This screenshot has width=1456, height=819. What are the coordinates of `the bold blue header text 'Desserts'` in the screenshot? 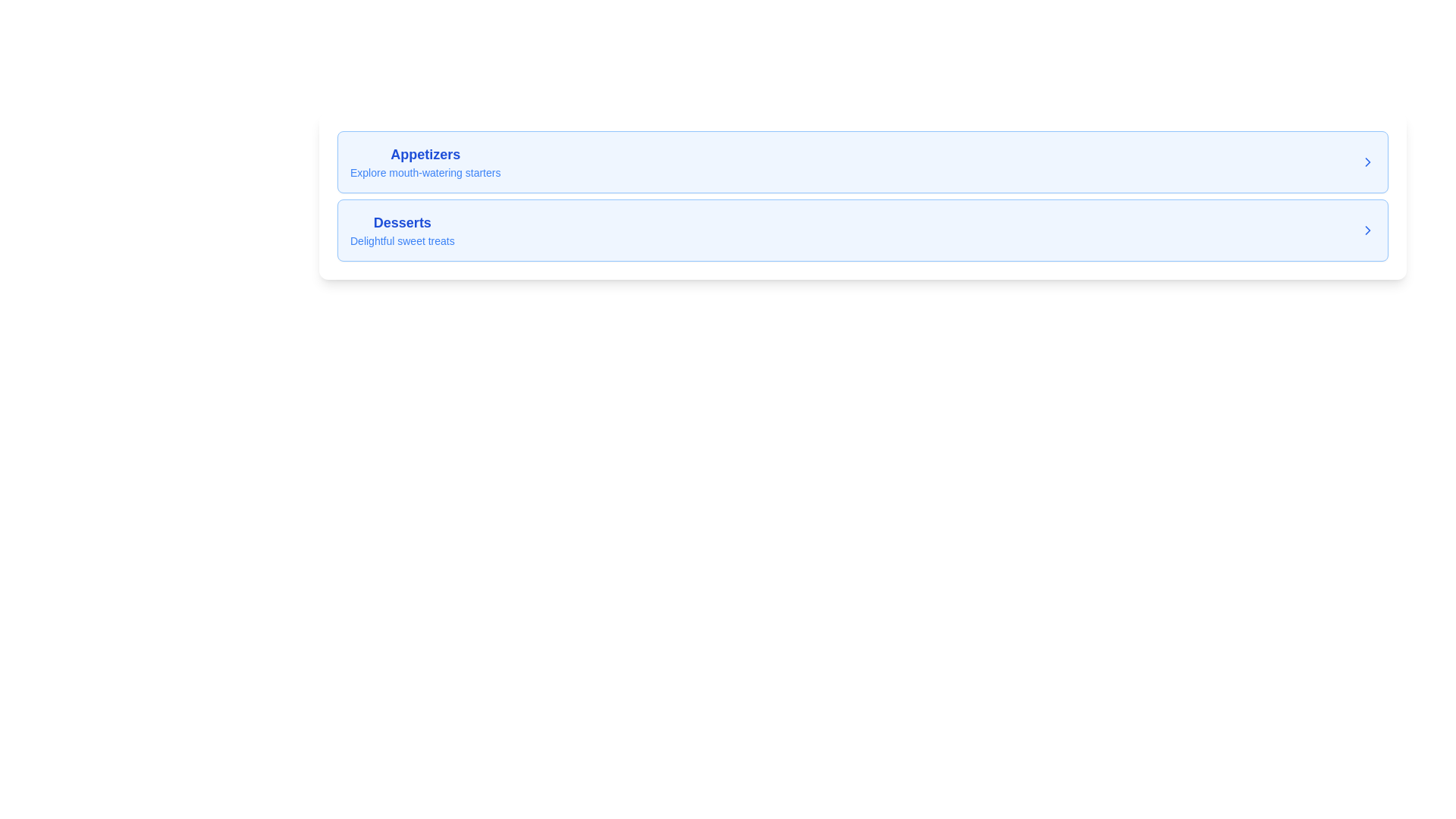 It's located at (402, 222).